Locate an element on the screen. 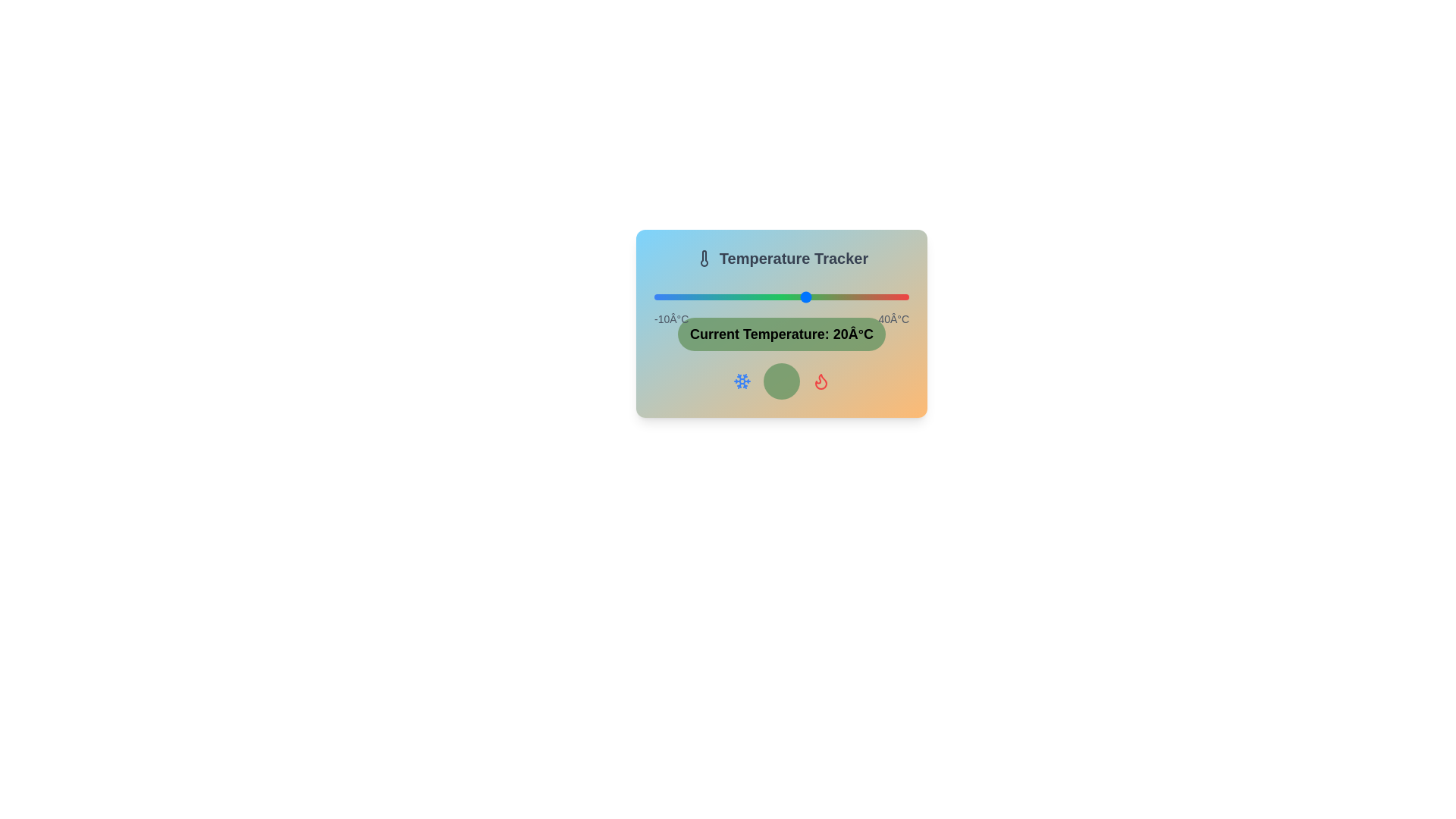 The width and height of the screenshot is (1456, 819). the temperature slider to set the temperature to 6°C is located at coordinates (736, 297).